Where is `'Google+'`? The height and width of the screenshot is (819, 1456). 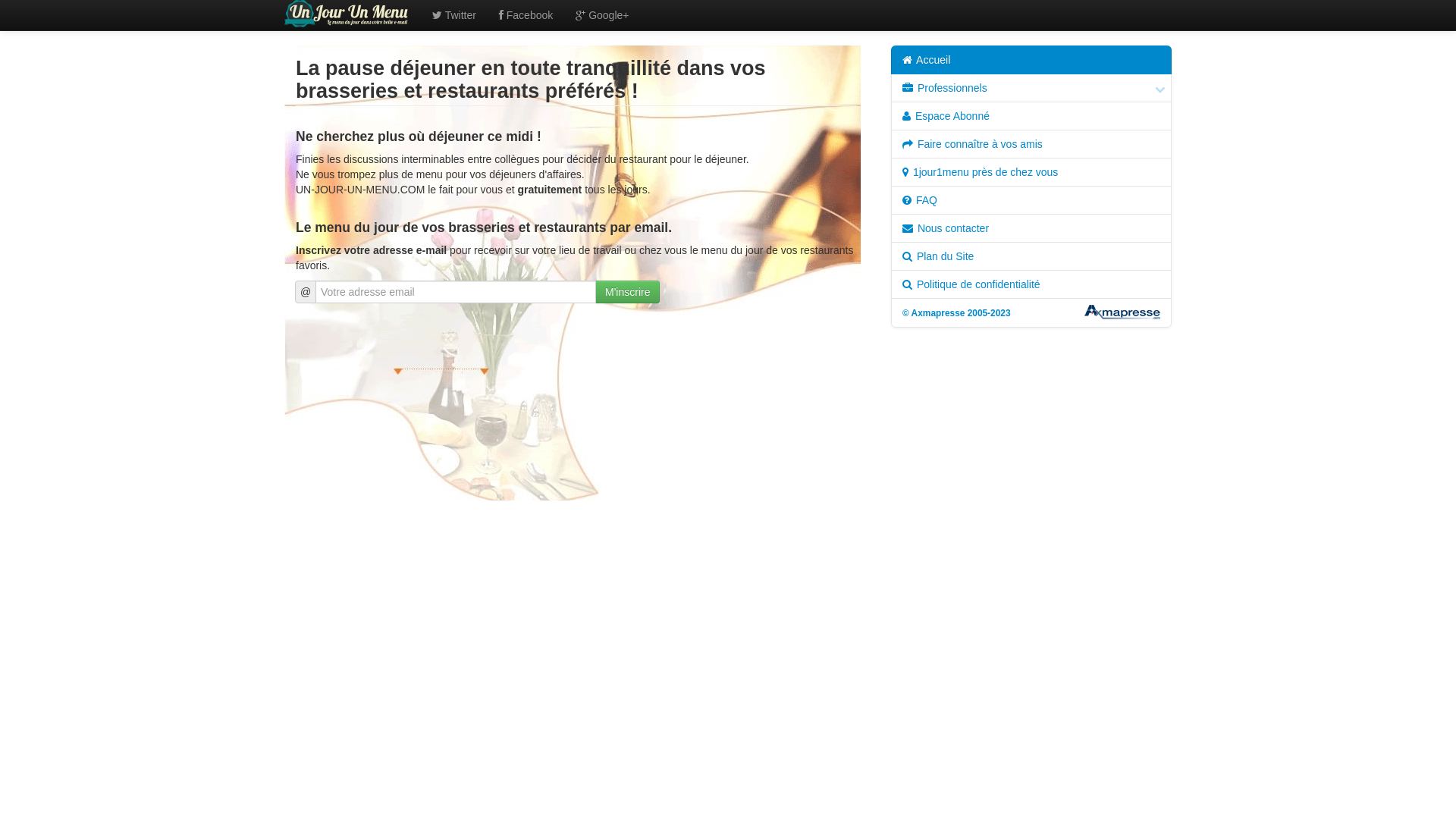
'Google+' is located at coordinates (601, 14).